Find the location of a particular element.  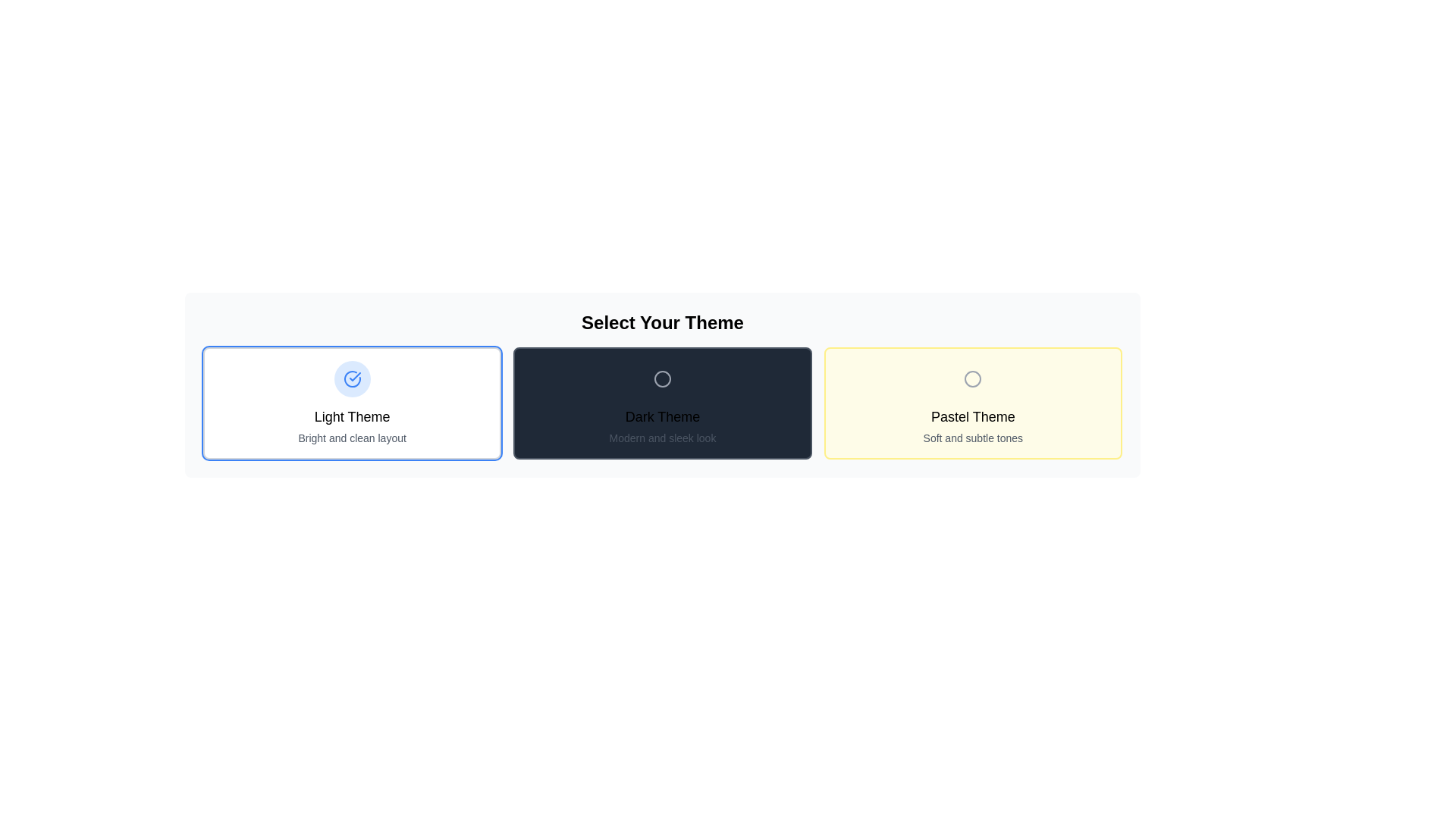

the theme selection icon located in the upper middle portion of the theme selector, above the 'Dark Theme' text is located at coordinates (662, 378).